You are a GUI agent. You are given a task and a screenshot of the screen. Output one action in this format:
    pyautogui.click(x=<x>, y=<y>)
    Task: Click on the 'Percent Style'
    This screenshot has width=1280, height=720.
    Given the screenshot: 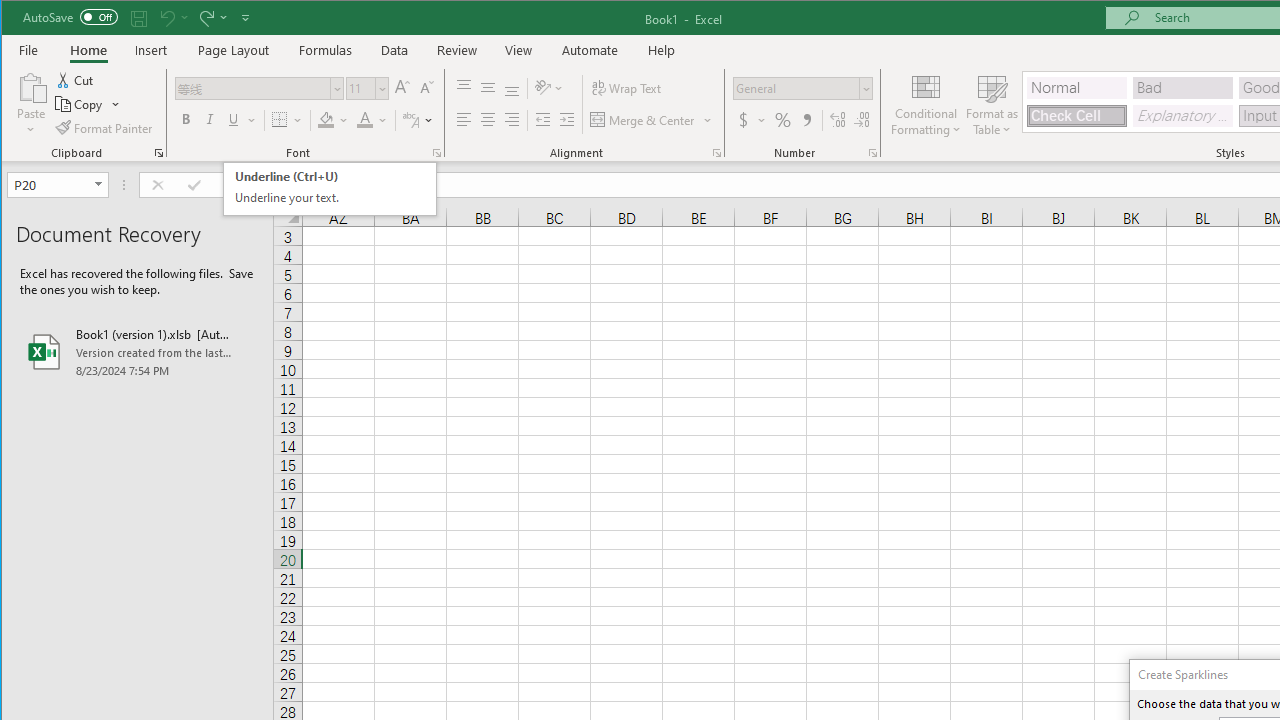 What is the action you would take?
    pyautogui.click(x=781, y=120)
    